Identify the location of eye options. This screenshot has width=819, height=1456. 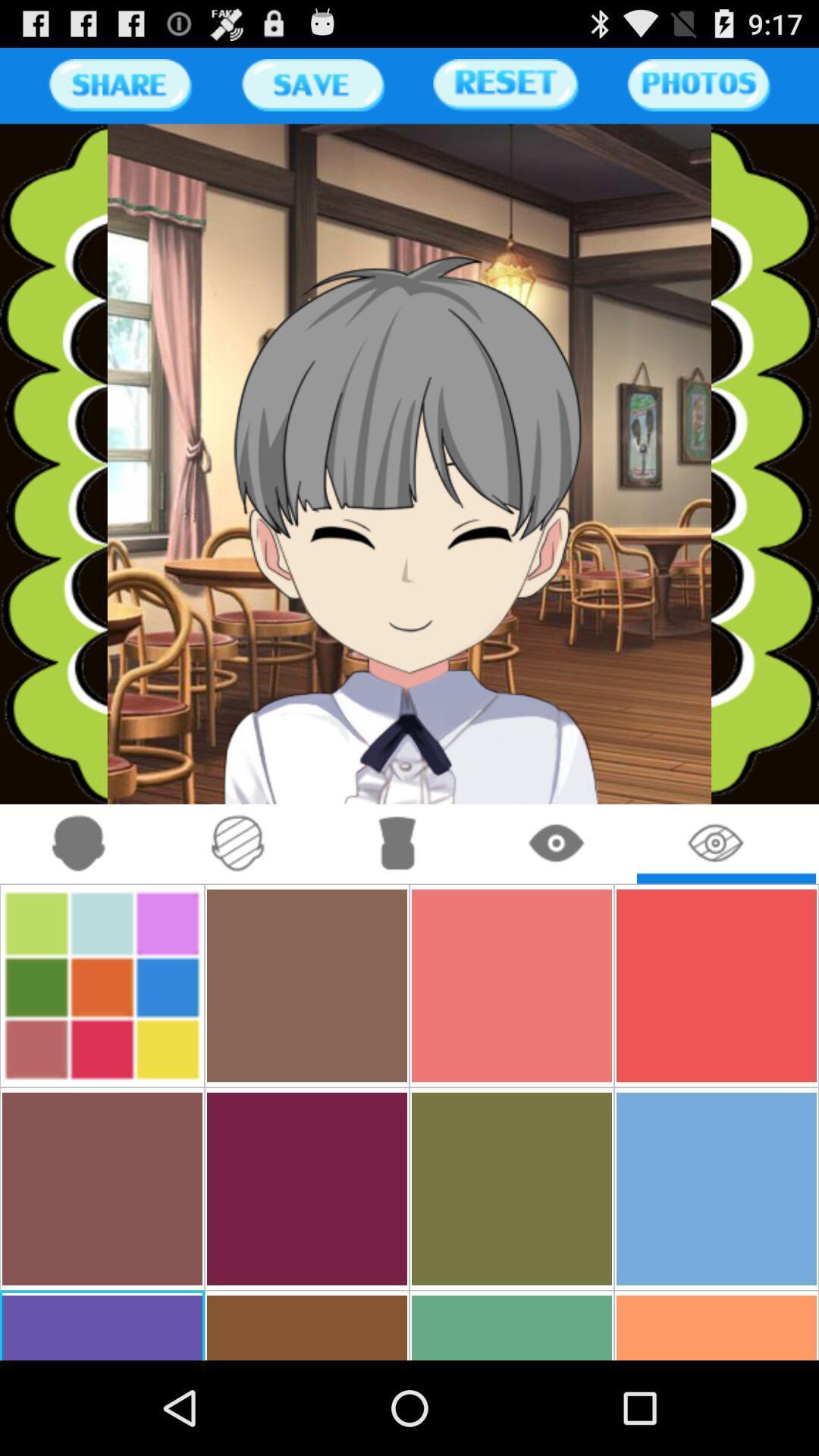
(557, 843).